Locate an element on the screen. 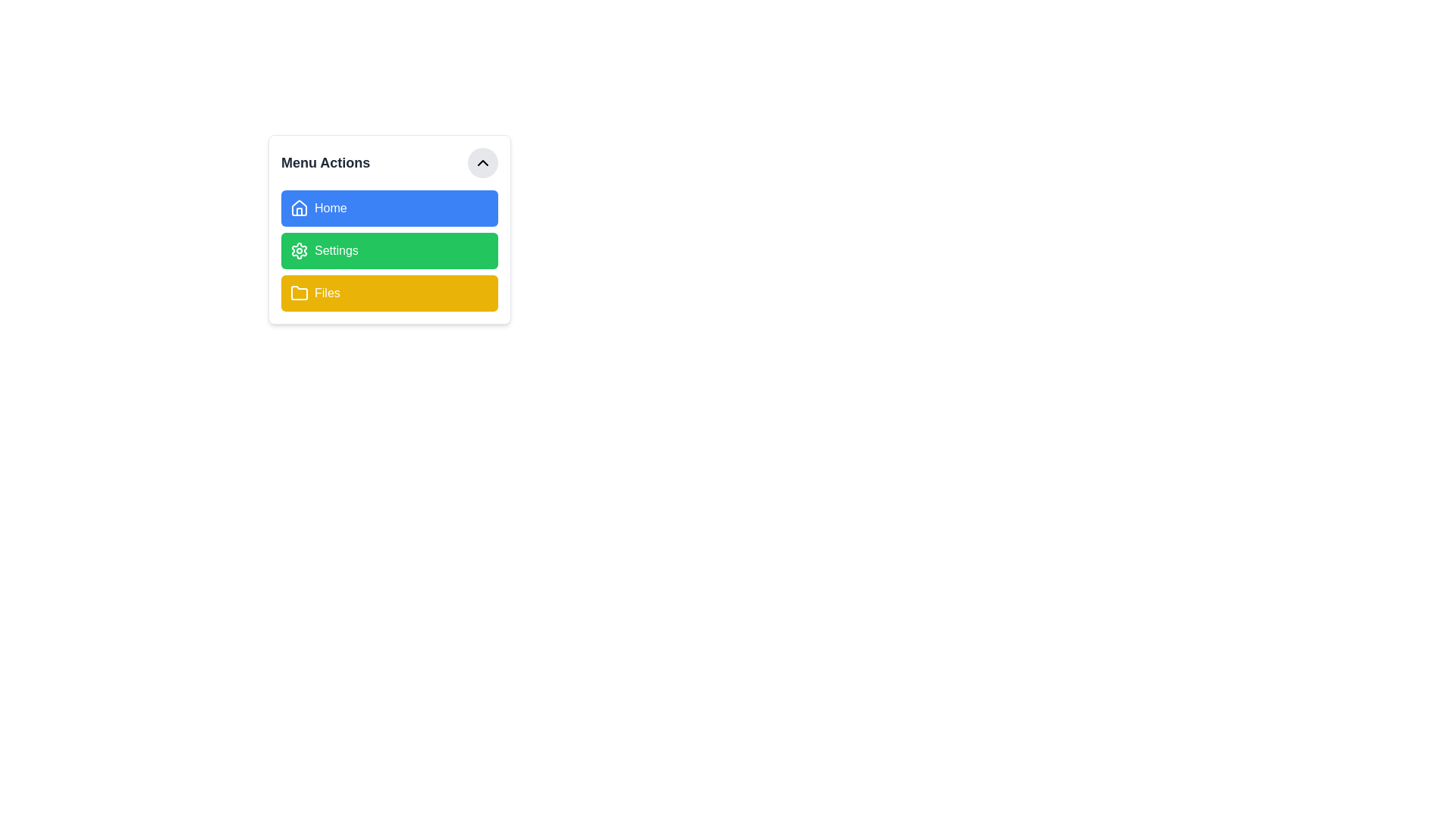  the 'Home' icon in the 'Menu Actions' list, which visually represents the 'Home' action is located at coordinates (299, 207).